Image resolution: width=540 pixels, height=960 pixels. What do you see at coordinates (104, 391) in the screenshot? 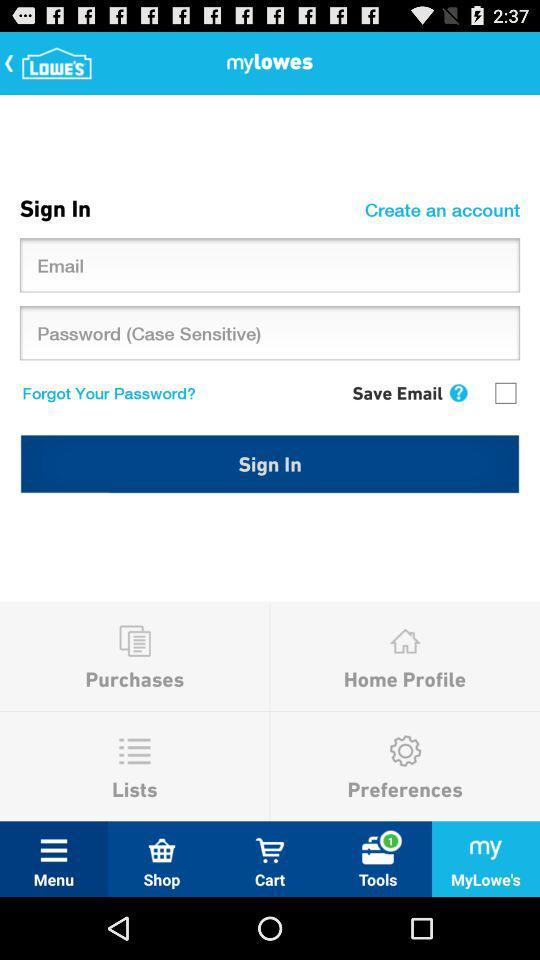
I see `item to the left of the save email` at bounding box center [104, 391].